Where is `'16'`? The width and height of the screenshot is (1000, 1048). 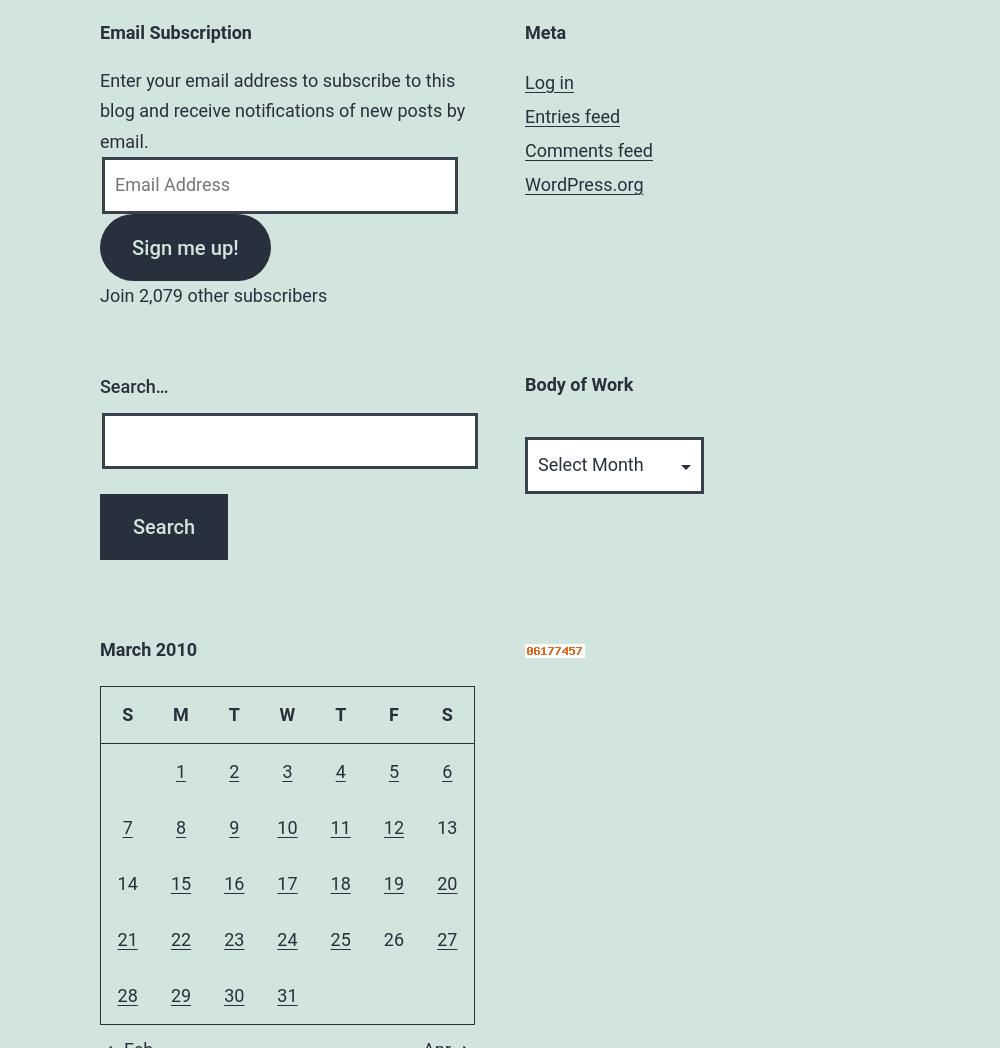 '16' is located at coordinates (233, 881).